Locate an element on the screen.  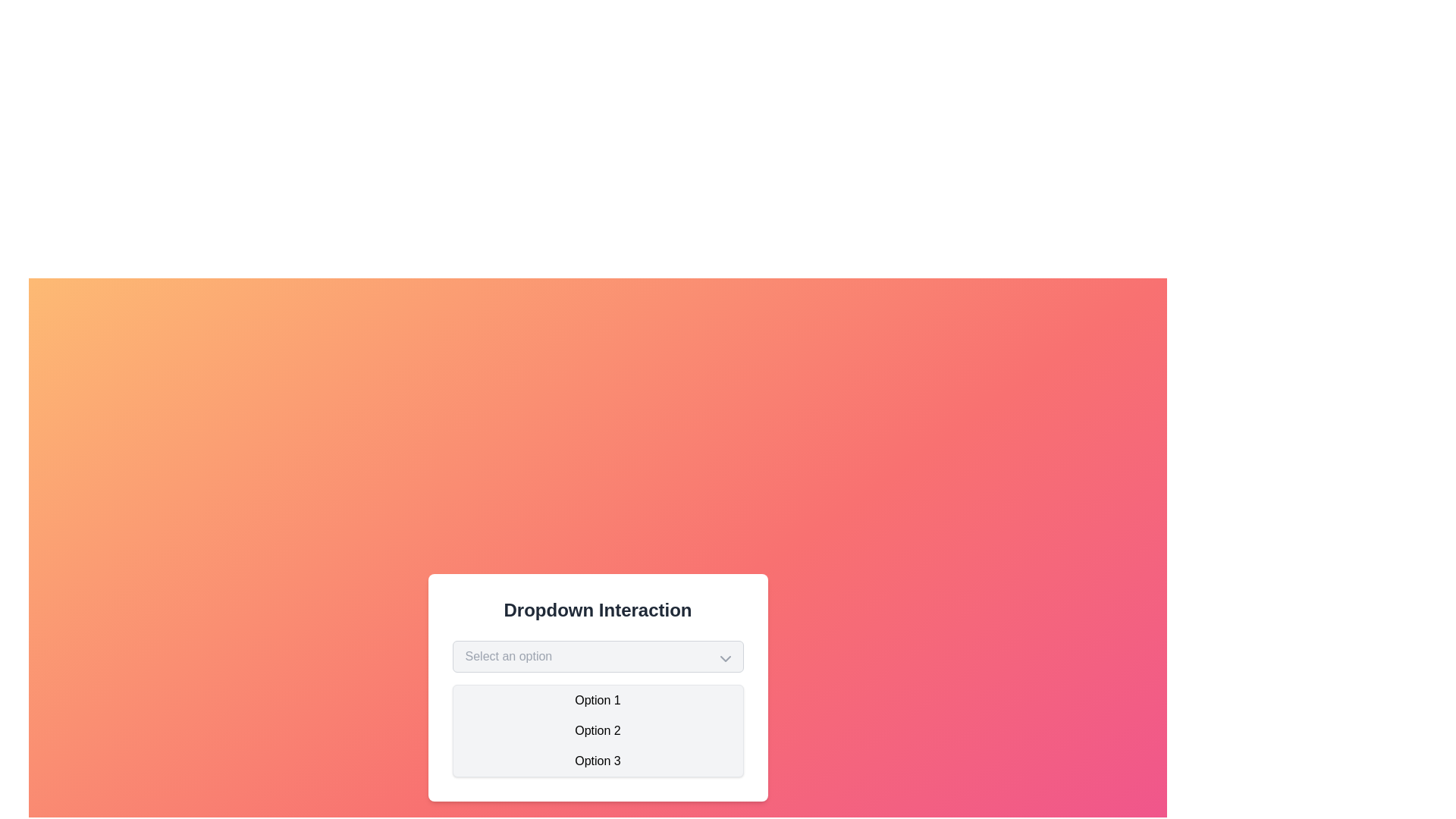
the 'Option 2' button-like list item in the dropdown menu is located at coordinates (597, 730).